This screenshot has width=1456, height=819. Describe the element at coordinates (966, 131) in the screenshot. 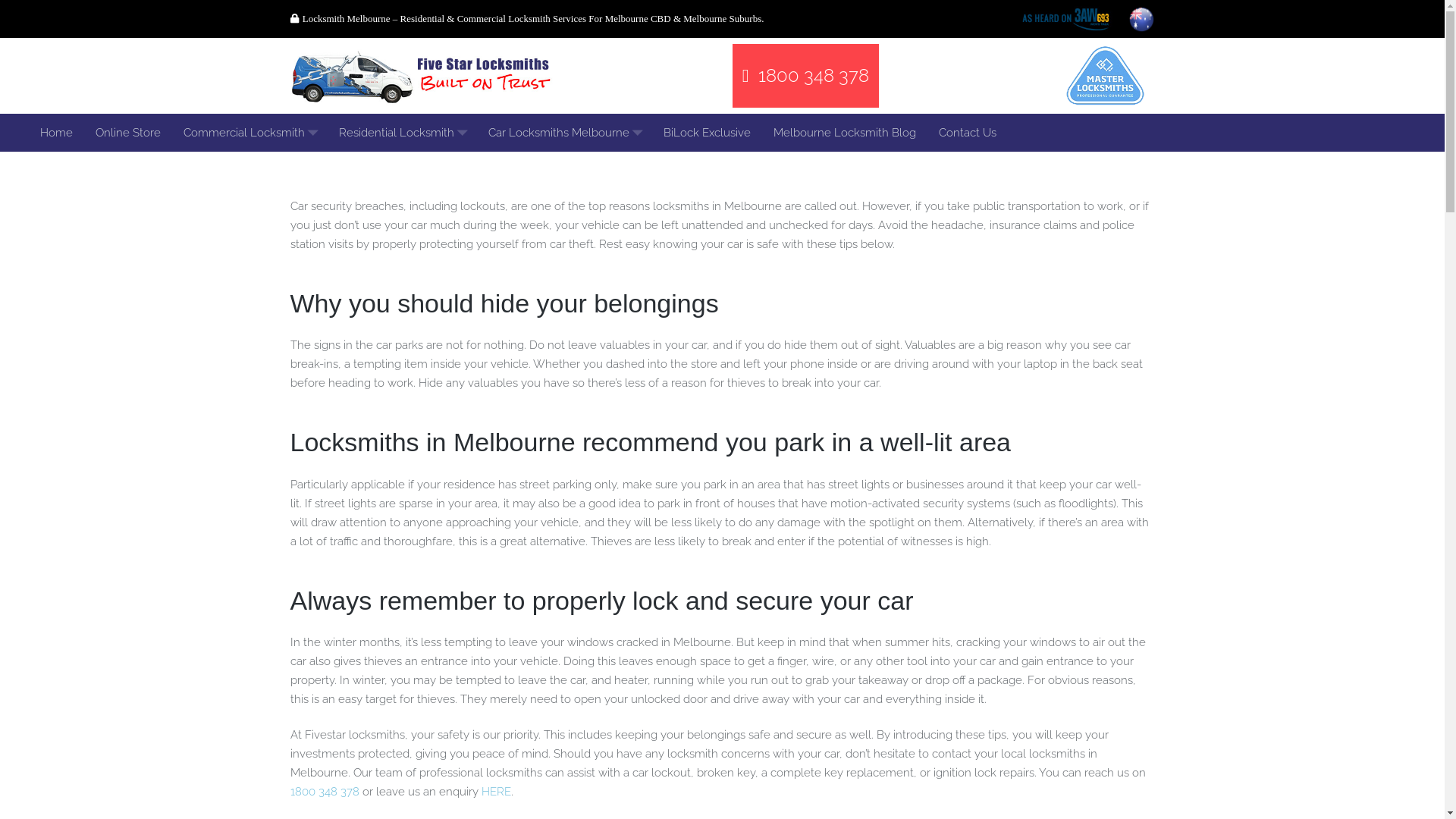

I see `'Contact Us'` at that location.